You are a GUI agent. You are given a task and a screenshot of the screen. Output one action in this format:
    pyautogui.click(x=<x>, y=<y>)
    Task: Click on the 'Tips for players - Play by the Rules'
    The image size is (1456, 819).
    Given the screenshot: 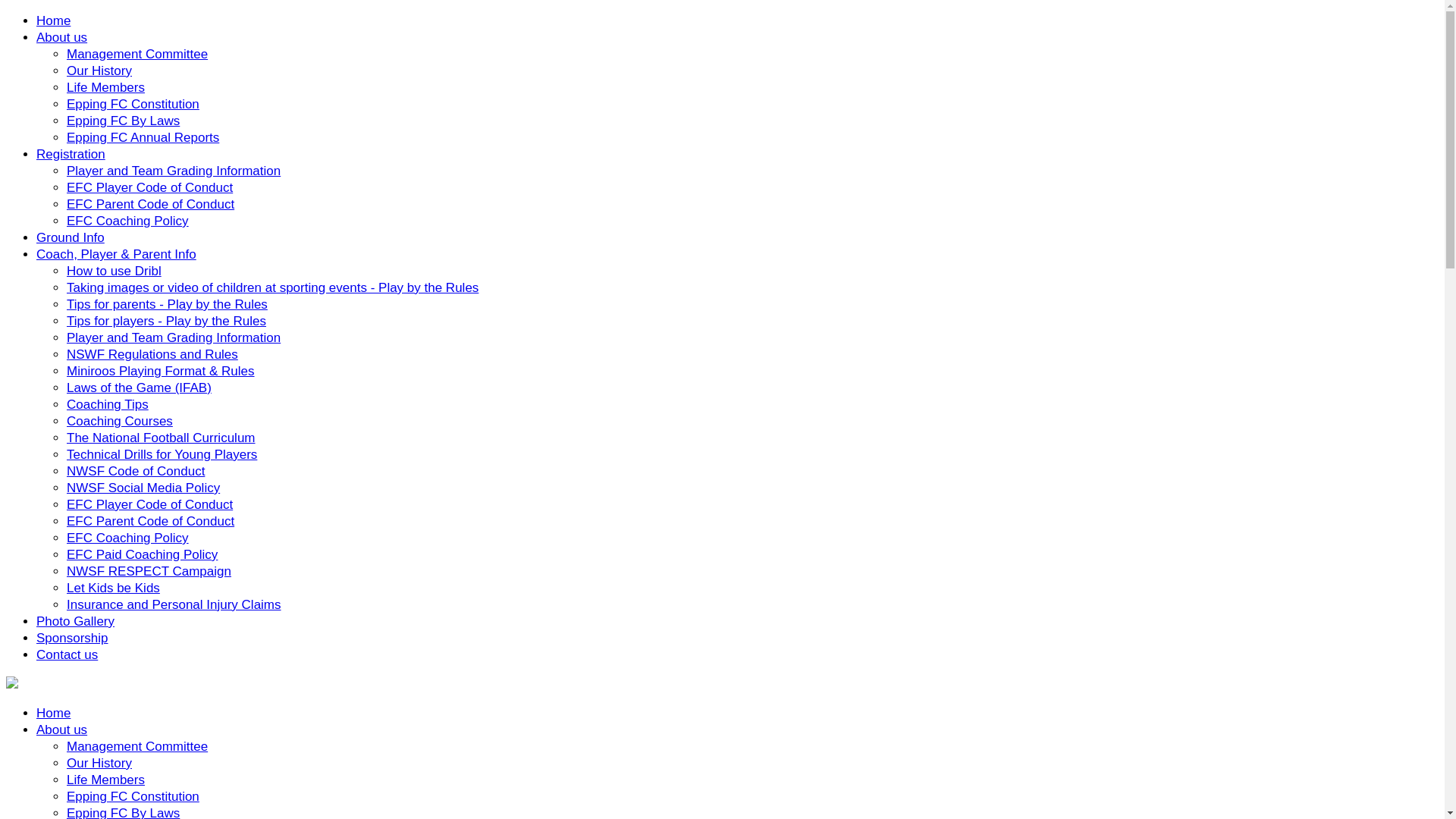 What is the action you would take?
    pyautogui.click(x=166, y=320)
    